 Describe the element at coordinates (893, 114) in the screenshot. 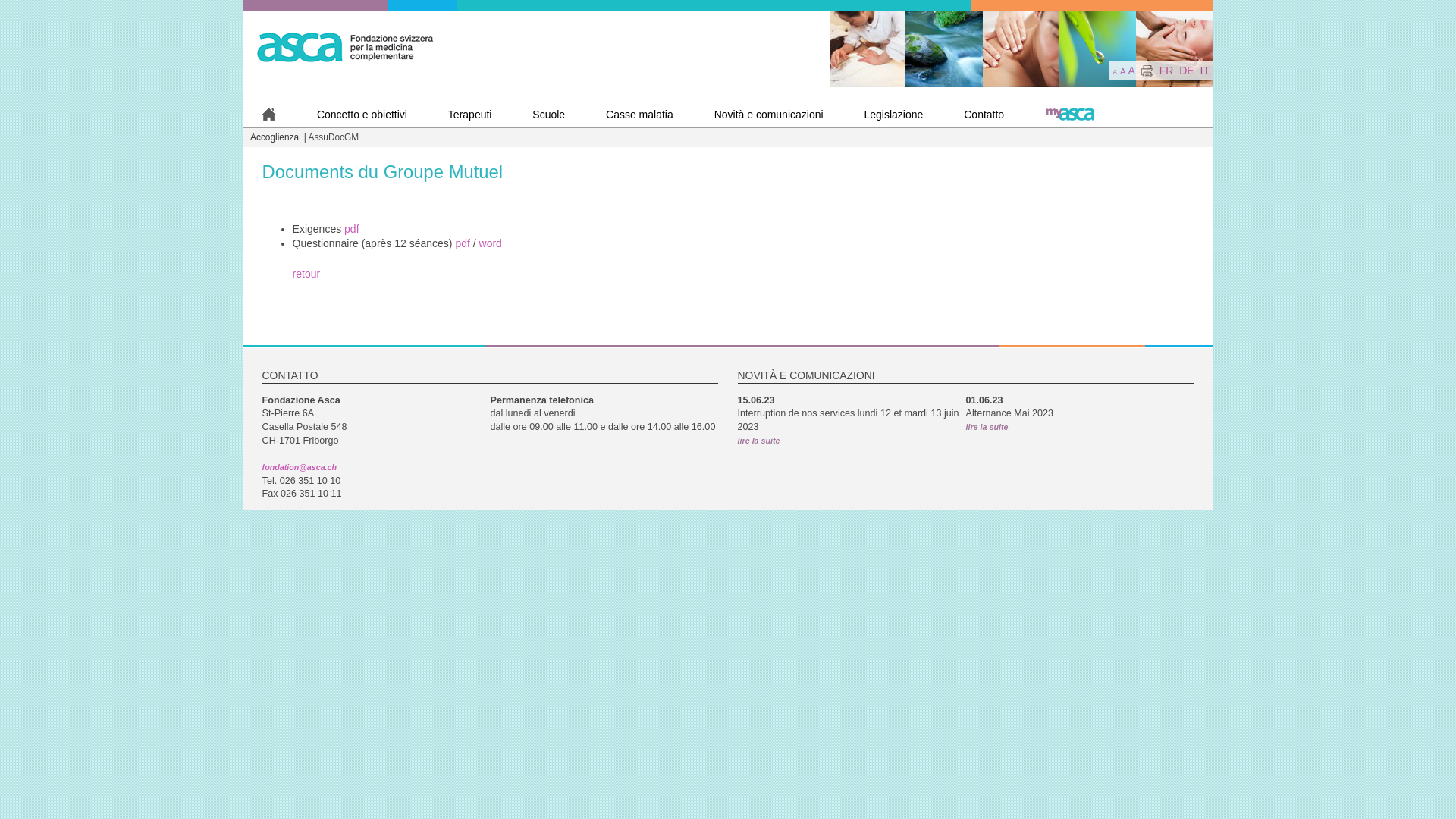

I see `'Legislazione'` at that location.